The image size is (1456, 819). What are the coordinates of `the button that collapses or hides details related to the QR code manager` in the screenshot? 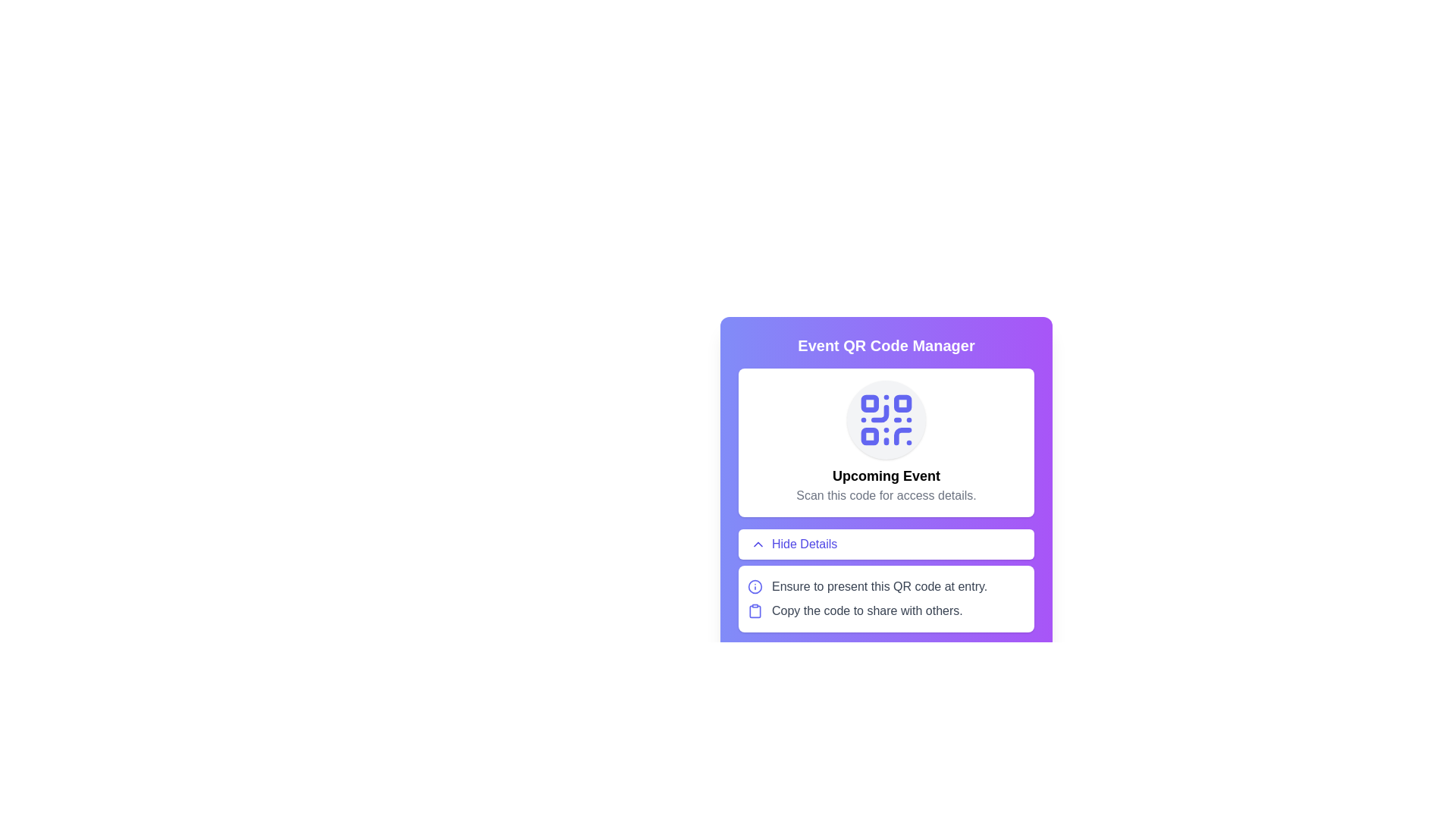 It's located at (886, 543).